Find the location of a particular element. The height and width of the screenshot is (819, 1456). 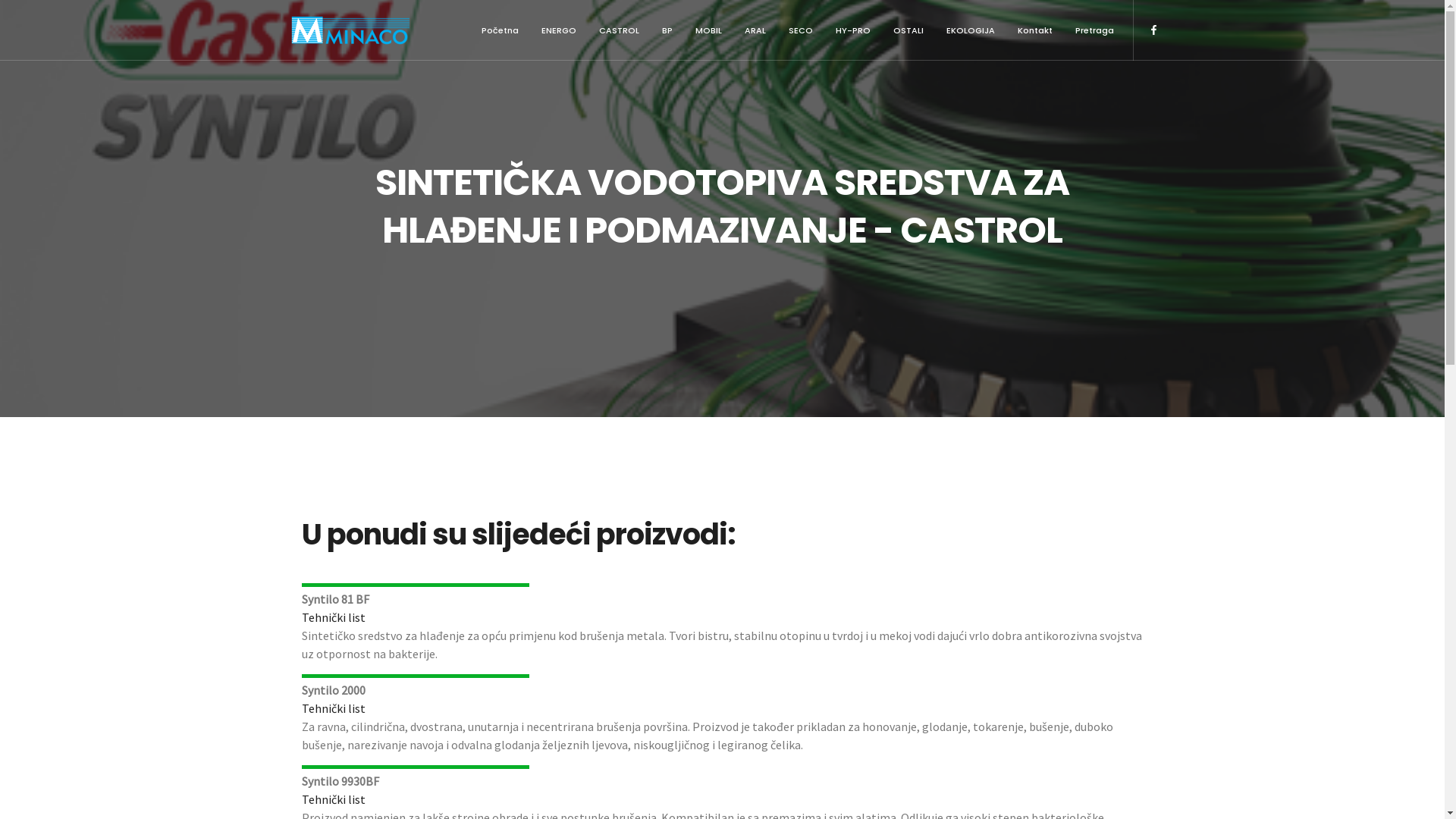

'EKOLOGIJA' is located at coordinates (934, 30).